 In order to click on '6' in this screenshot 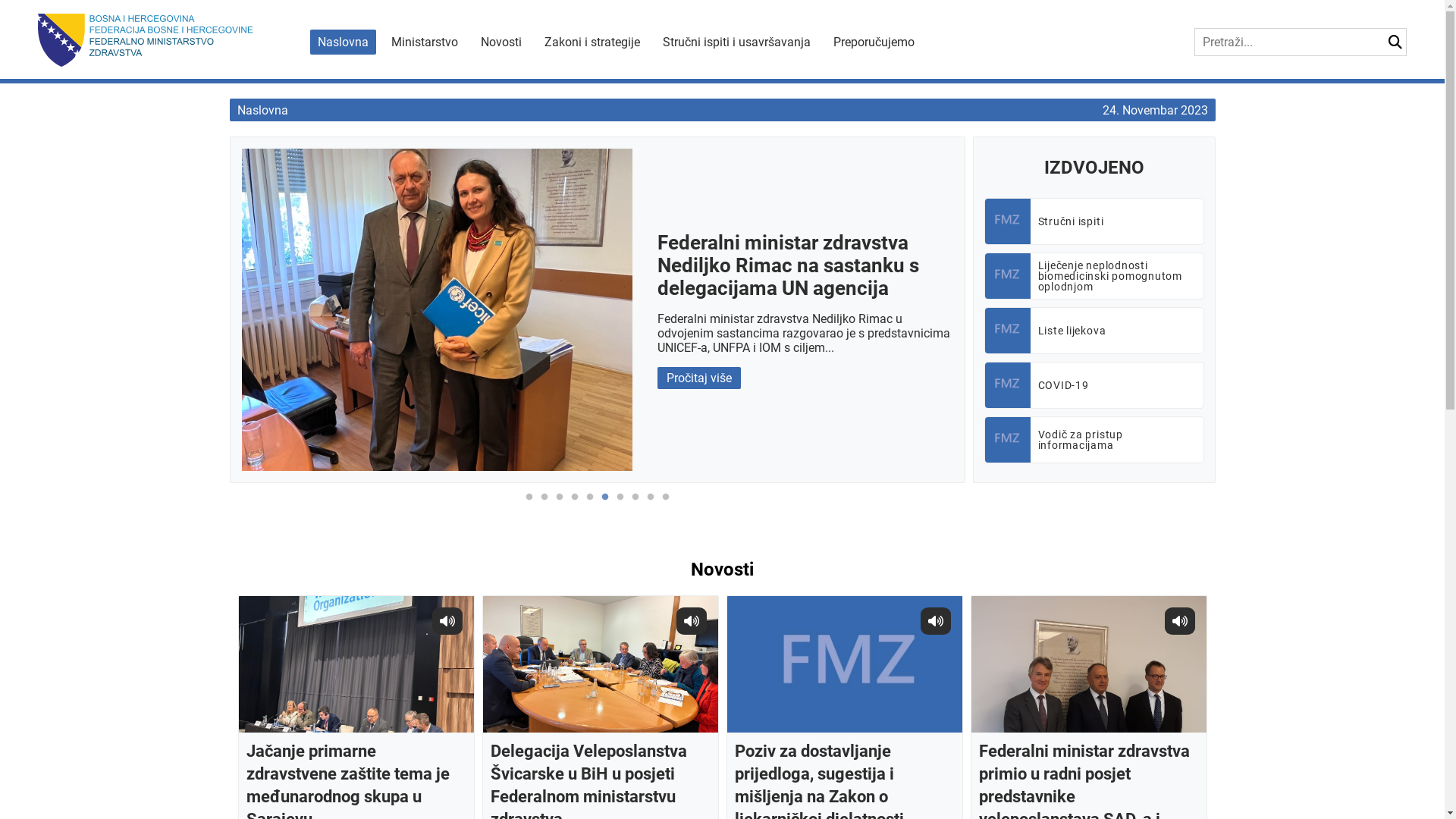, I will do `click(604, 505)`.